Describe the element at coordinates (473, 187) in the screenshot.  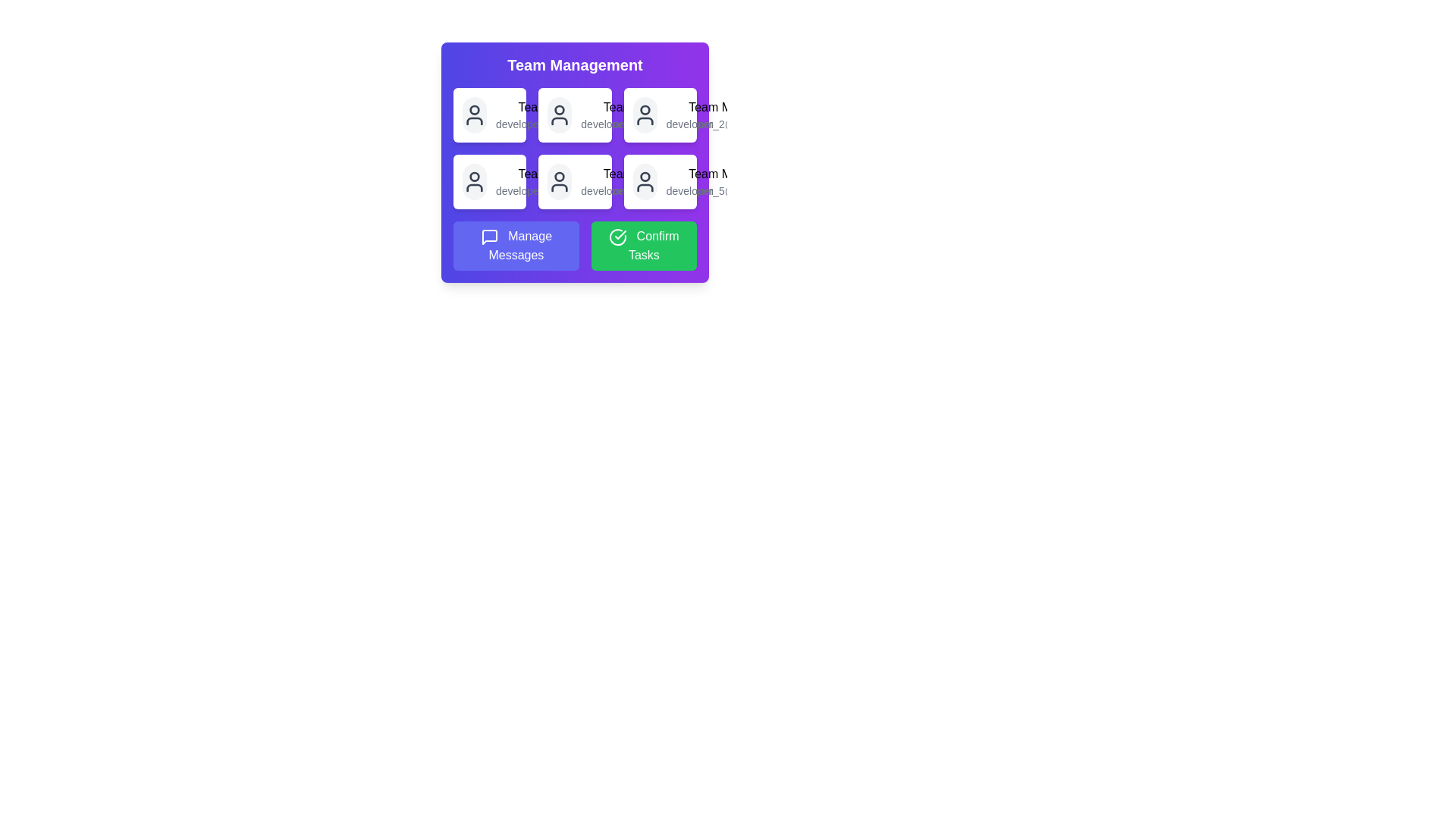
I see `the body part representation in the user profile icon, which is a vector graphic within an SVG icon located in the second row and second column of the grid` at that location.